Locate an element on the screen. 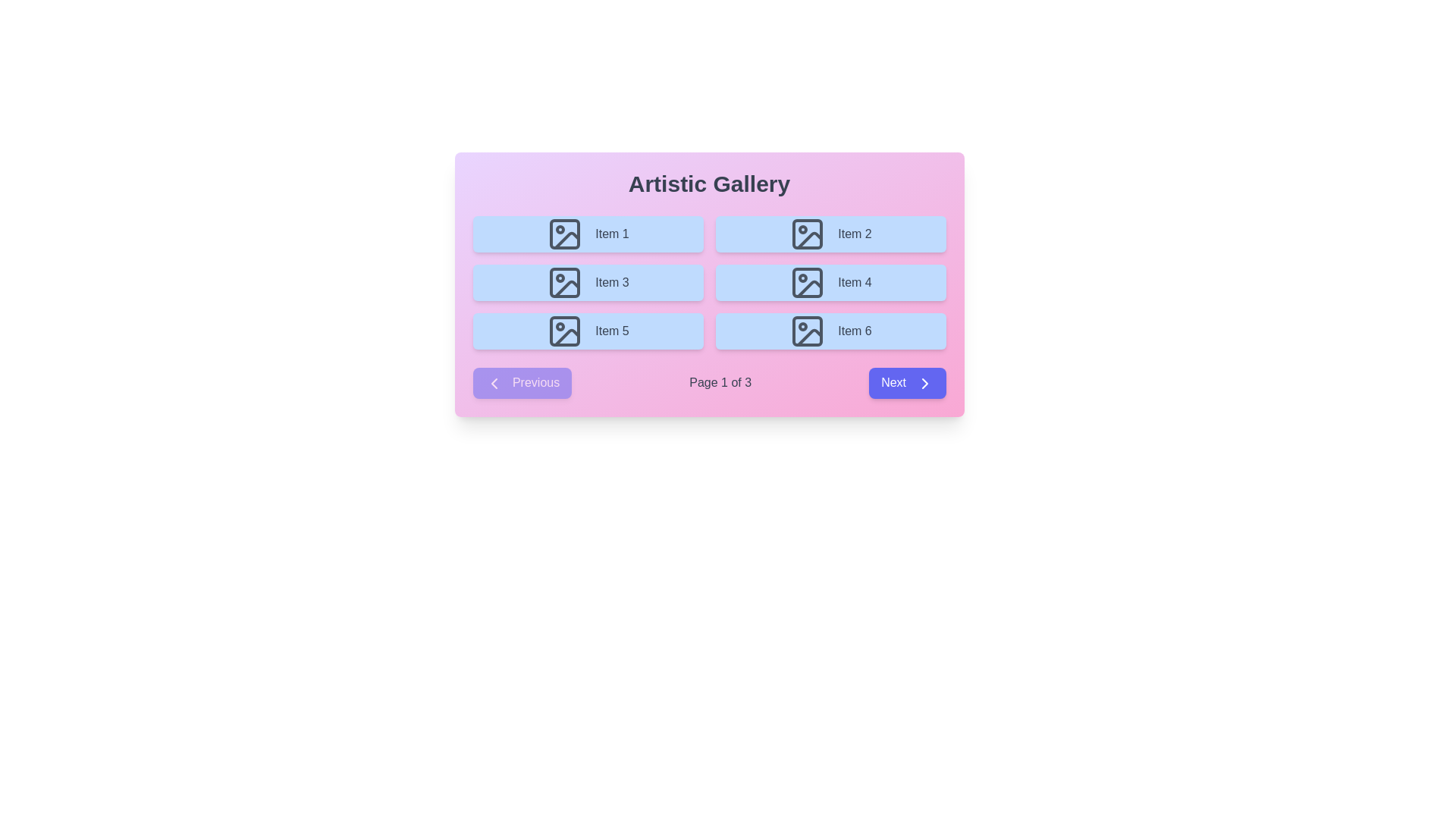 This screenshot has height=819, width=1456. the gray rectangular icon resembling a generic image placeholder located inside the 'Item 2' button in the 'Artistic Gallery' card is located at coordinates (807, 234).